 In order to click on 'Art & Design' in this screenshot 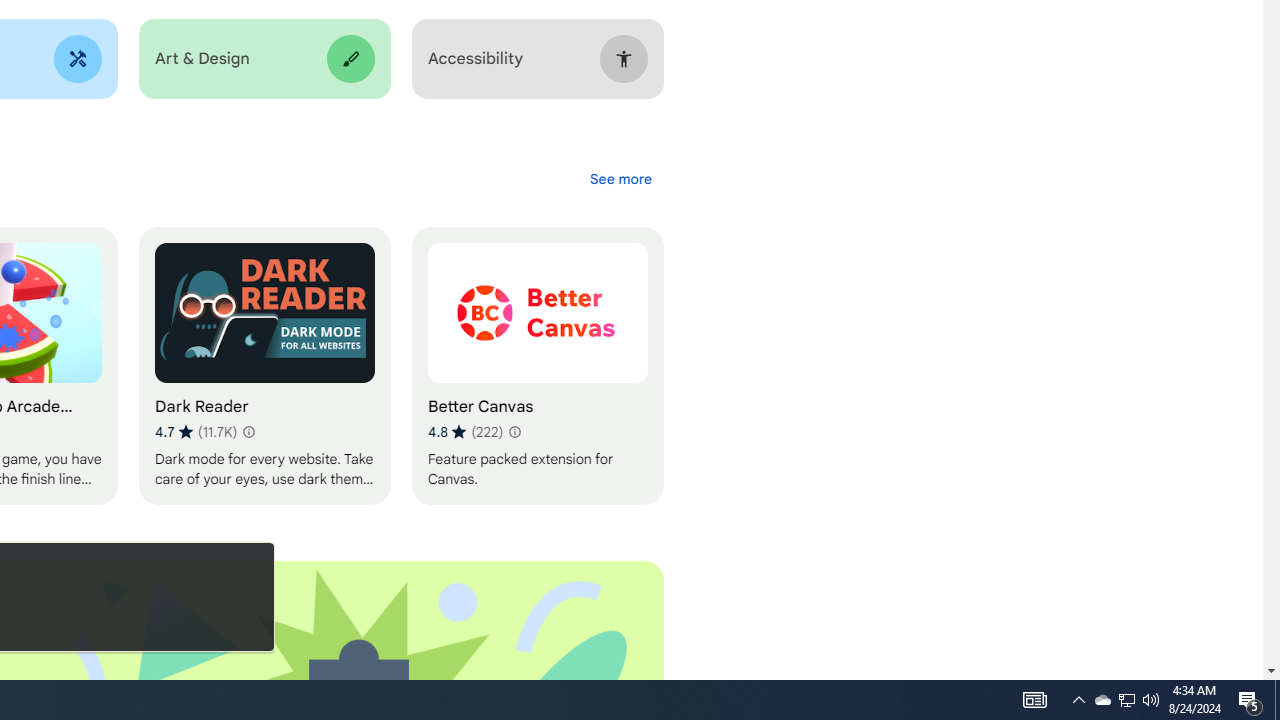, I will do `click(263, 58)`.